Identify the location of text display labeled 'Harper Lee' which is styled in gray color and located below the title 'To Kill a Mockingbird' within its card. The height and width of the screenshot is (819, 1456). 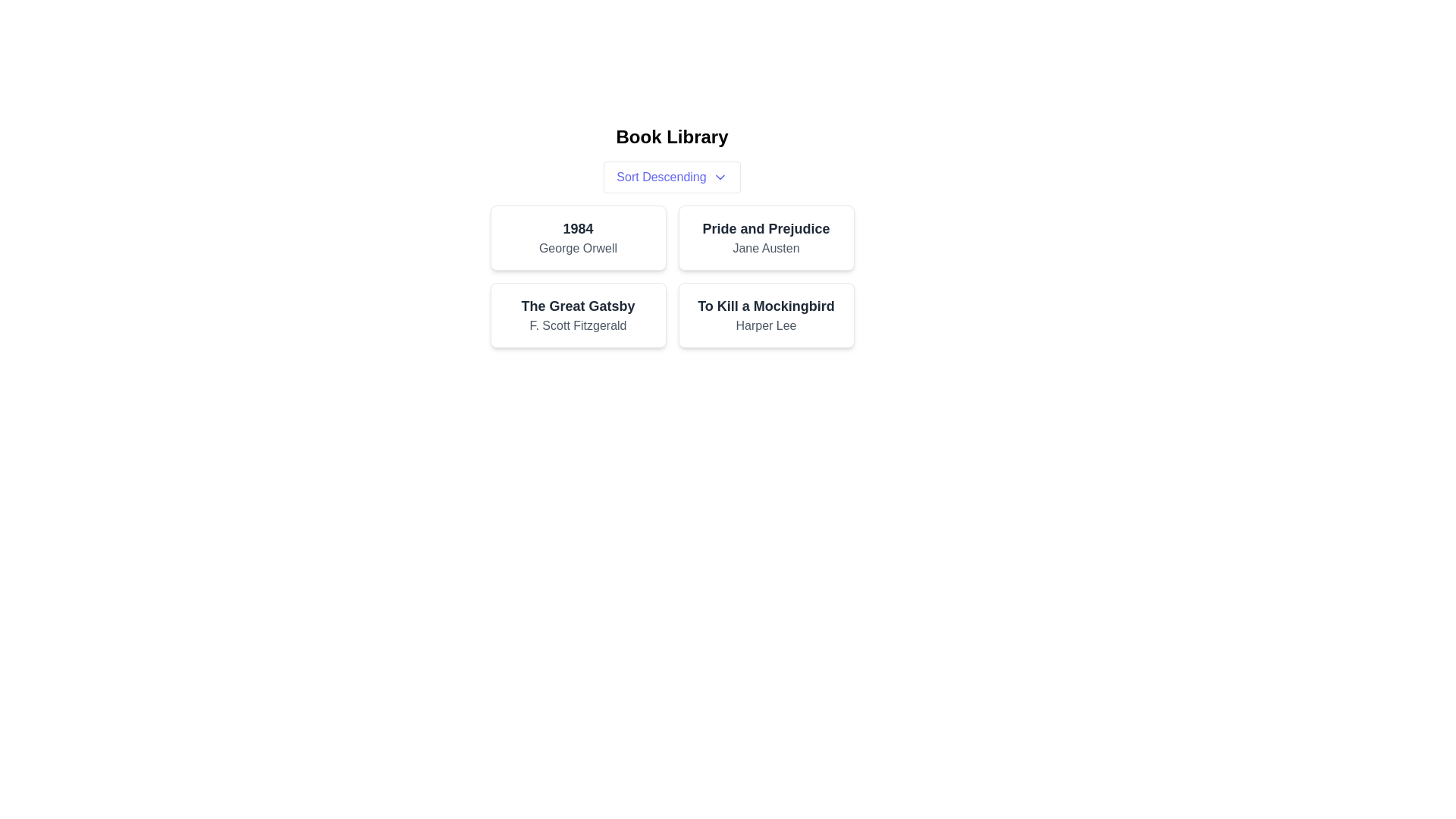
(766, 325).